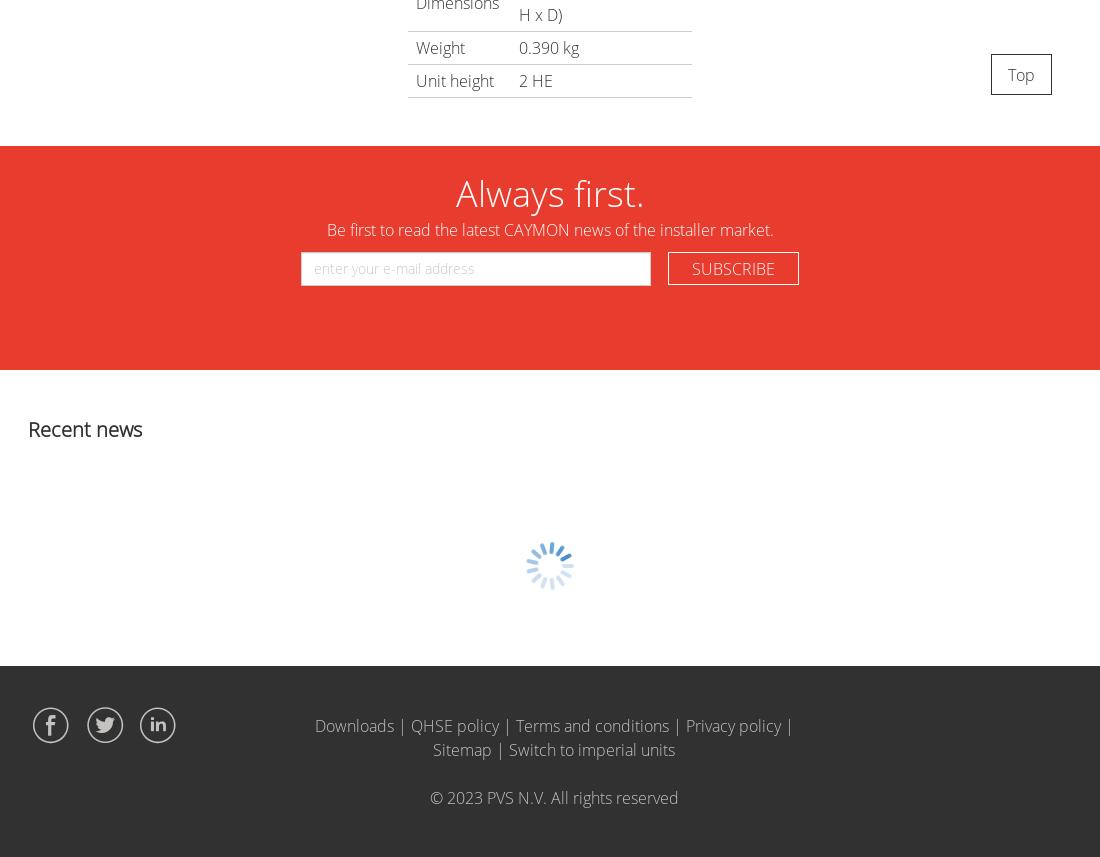 This screenshot has width=1100, height=857. What do you see at coordinates (549, 229) in the screenshot?
I see `'Be first to read the latest CAYMON news of the installer market.'` at bounding box center [549, 229].